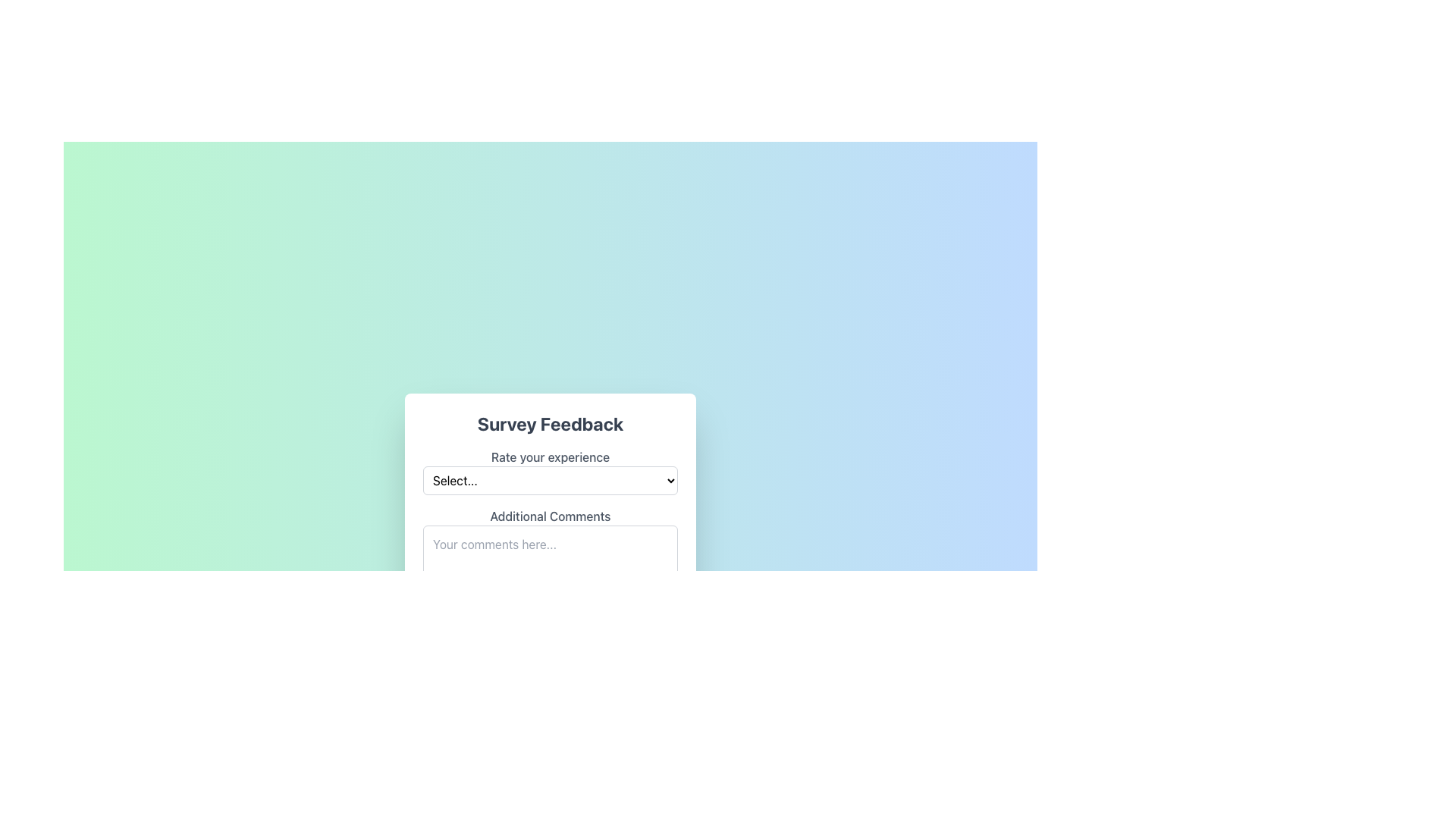  What do you see at coordinates (549, 470) in the screenshot?
I see `the dropdown menu labeled 'Rate your experience'` at bounding box center [549, 470].